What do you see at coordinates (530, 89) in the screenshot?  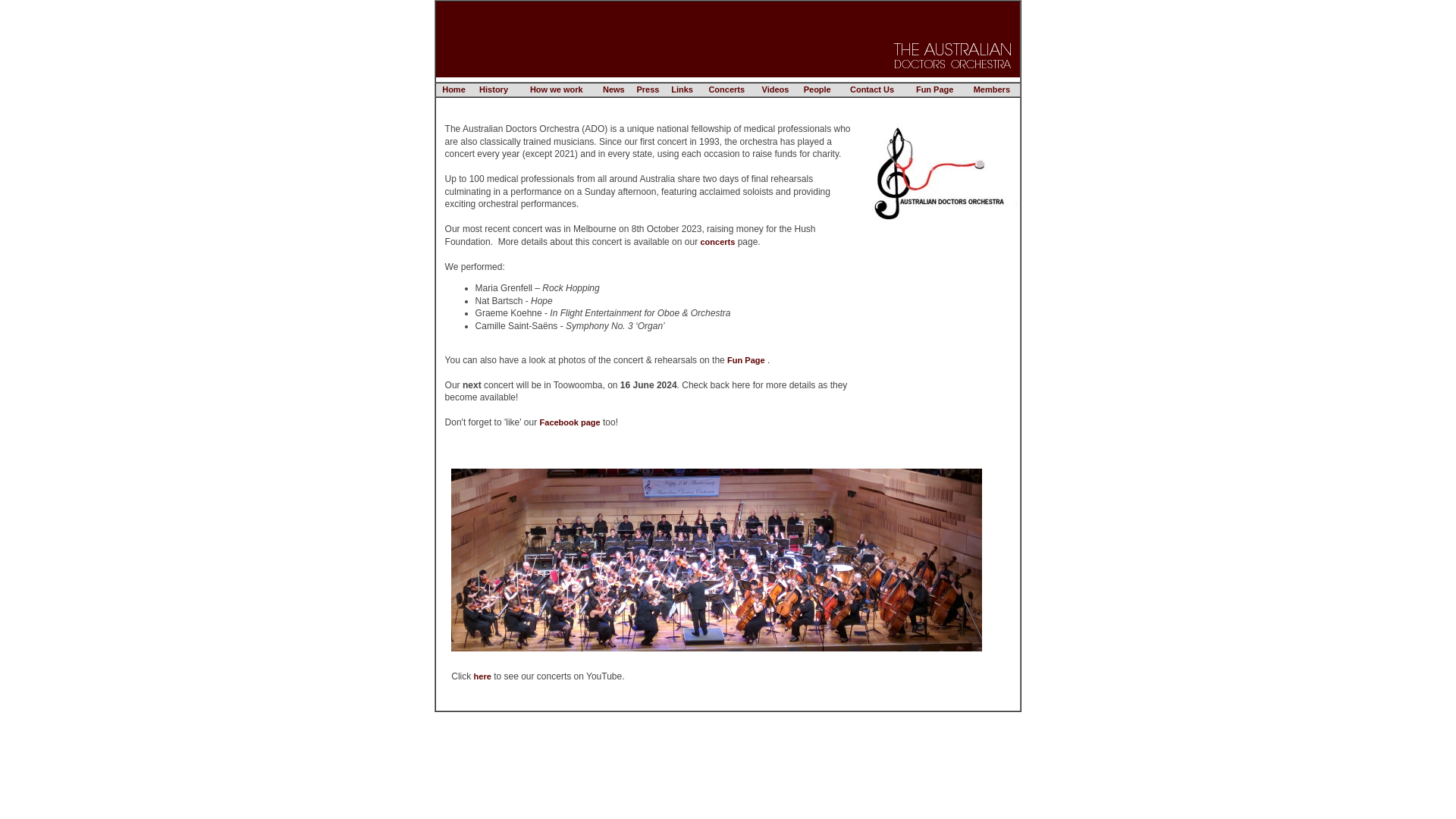 I see `'How we work'` at bounding box center [530, 89].